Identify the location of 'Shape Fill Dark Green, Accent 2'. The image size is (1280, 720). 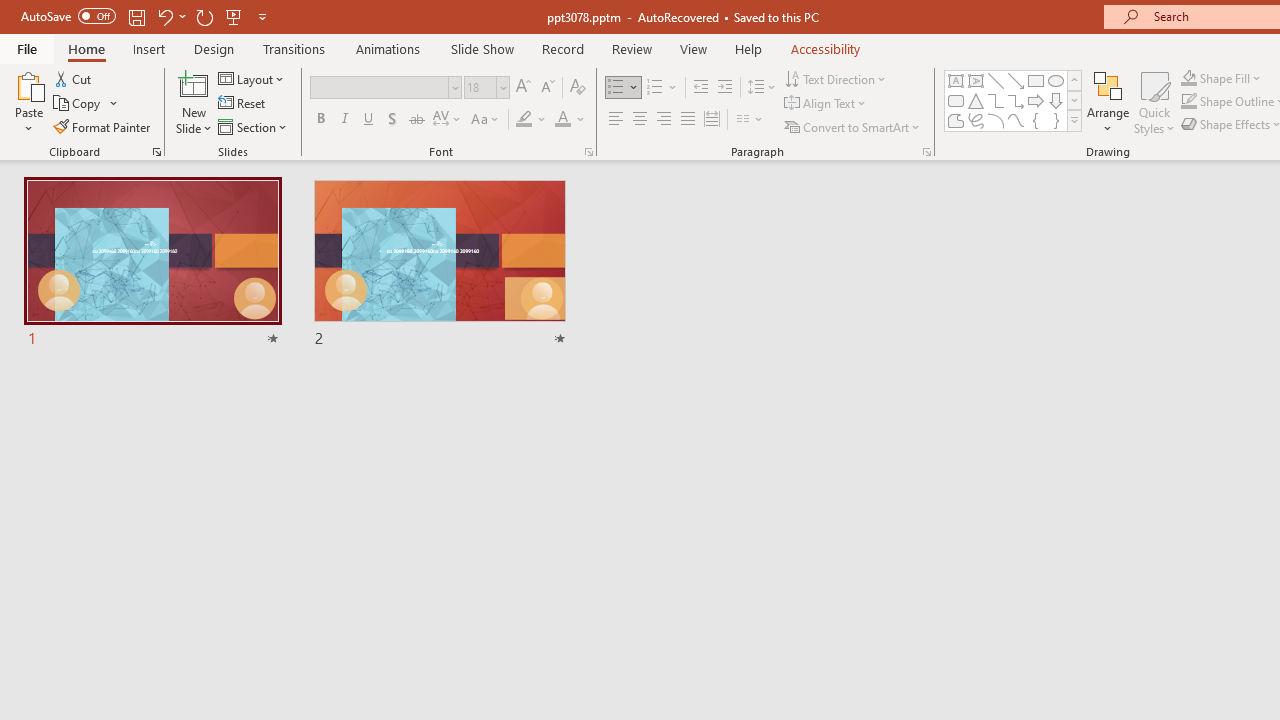
(1189, 77).